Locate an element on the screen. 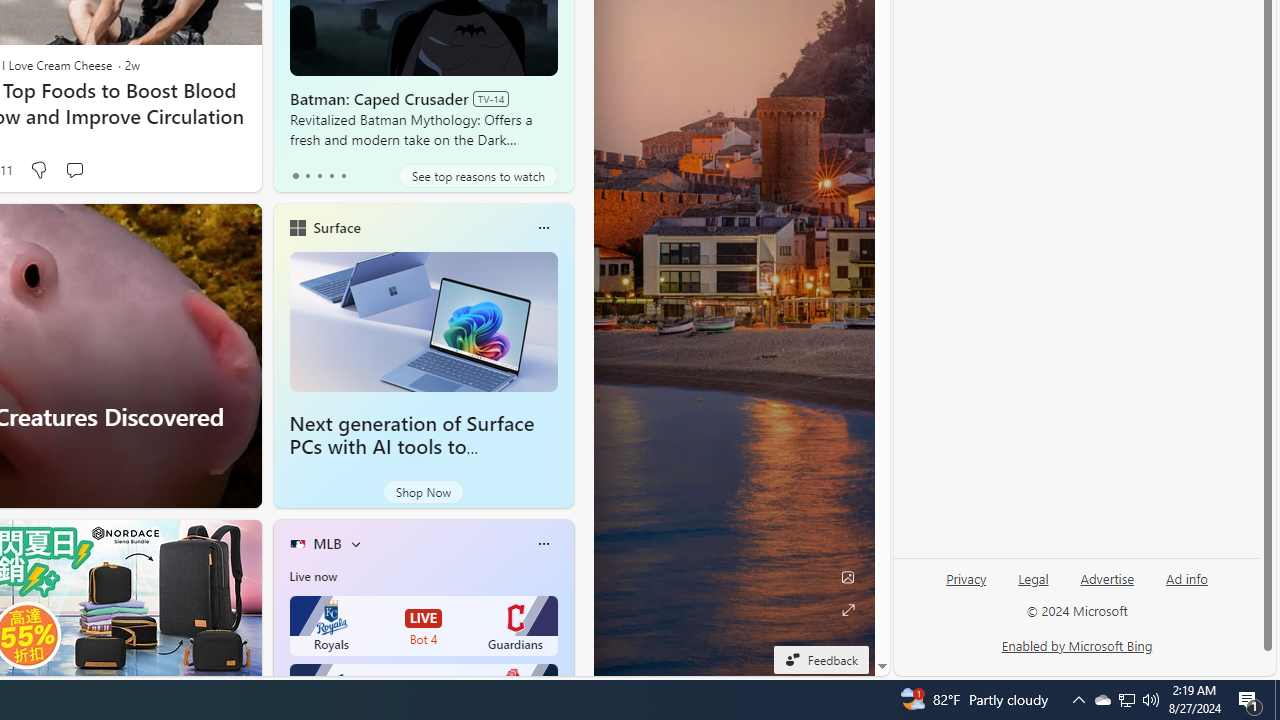  'tab-4' is located at coordinates (343, 175).